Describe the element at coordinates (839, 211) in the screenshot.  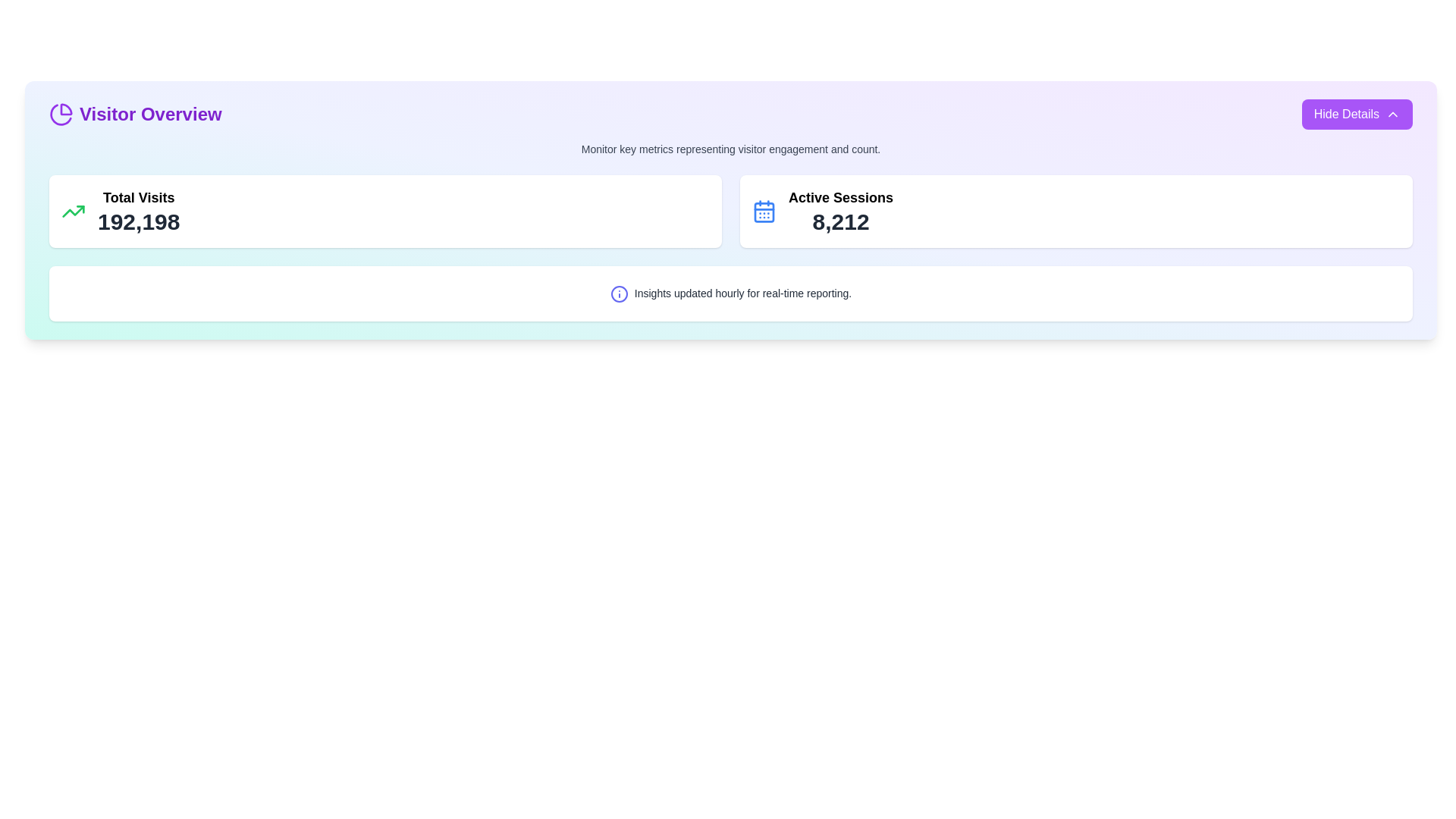
I see `the Static Text Display element that shows 'Active Sessions' with the numeric data '8,212' in a larger bold gray font` at that location.